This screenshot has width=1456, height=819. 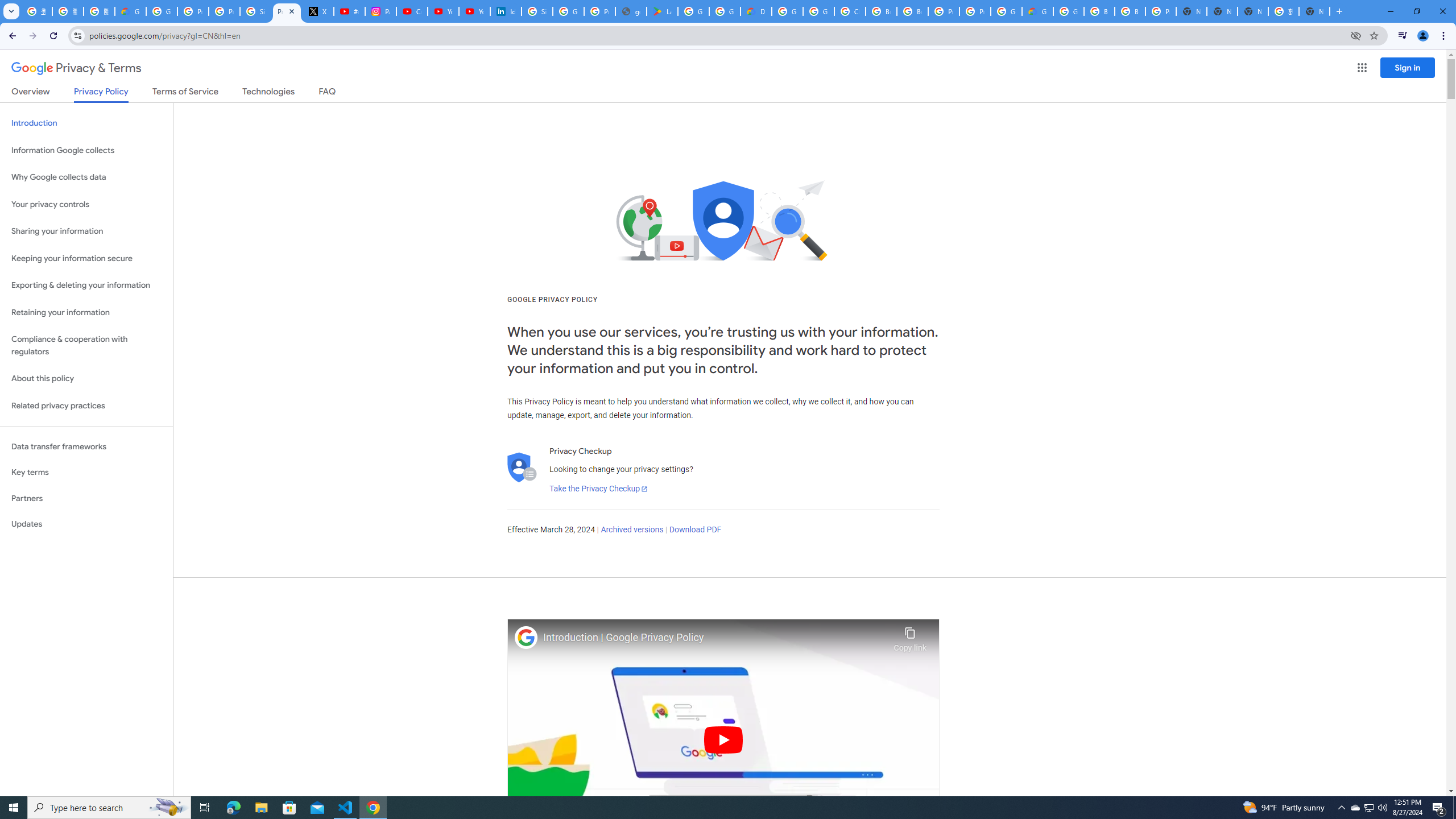 I want to click on 'Retaining your information', so click(x=86, y=312).